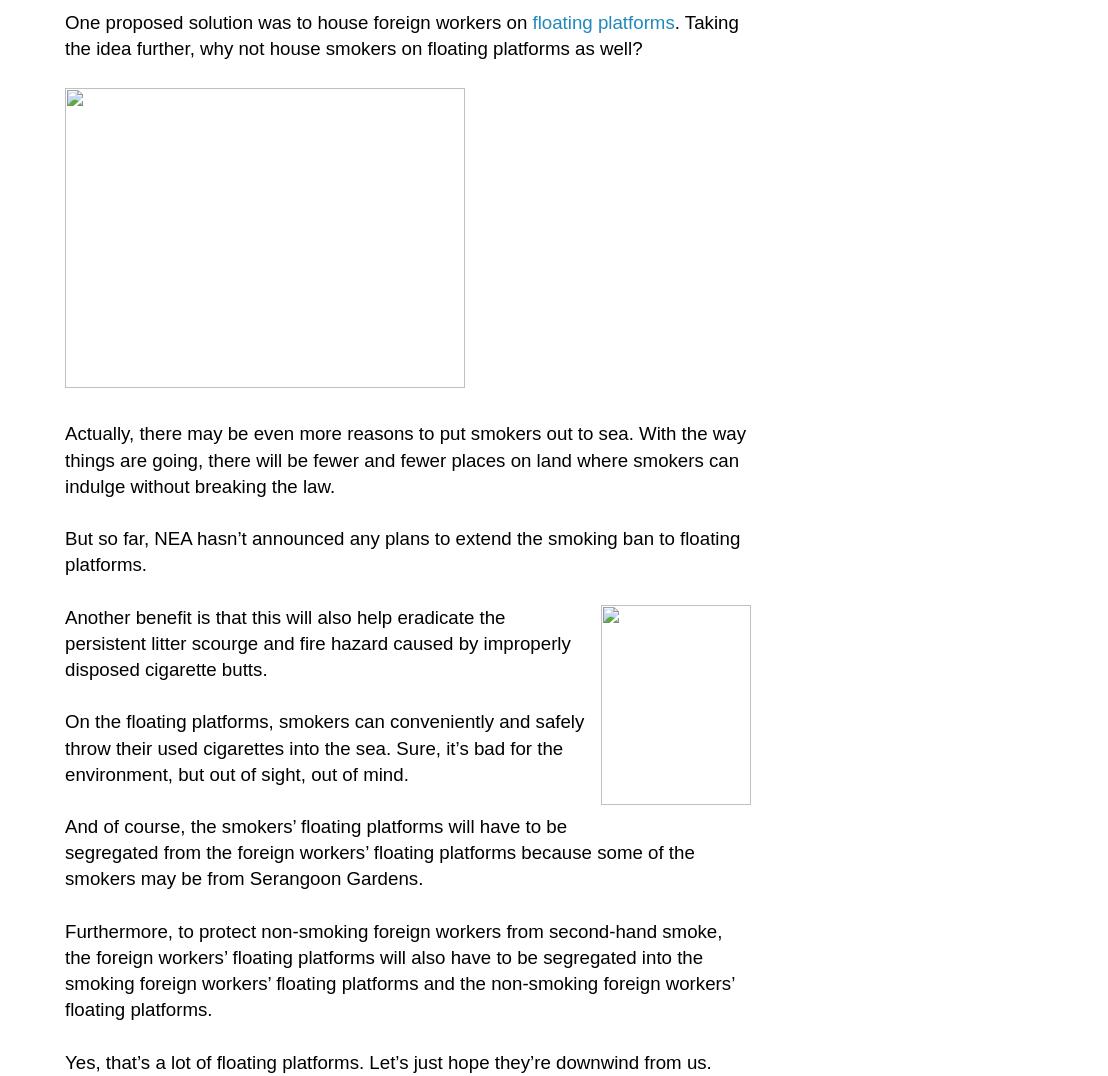 This screenshot has width=1108, height=1076. What do you see at coordinates (402, 550) in the screenshot?
I see `'But so far, NEA hasn’t announced any plans to extend the smoking ban to floating platforms.'` at bounding box center [402, 550].